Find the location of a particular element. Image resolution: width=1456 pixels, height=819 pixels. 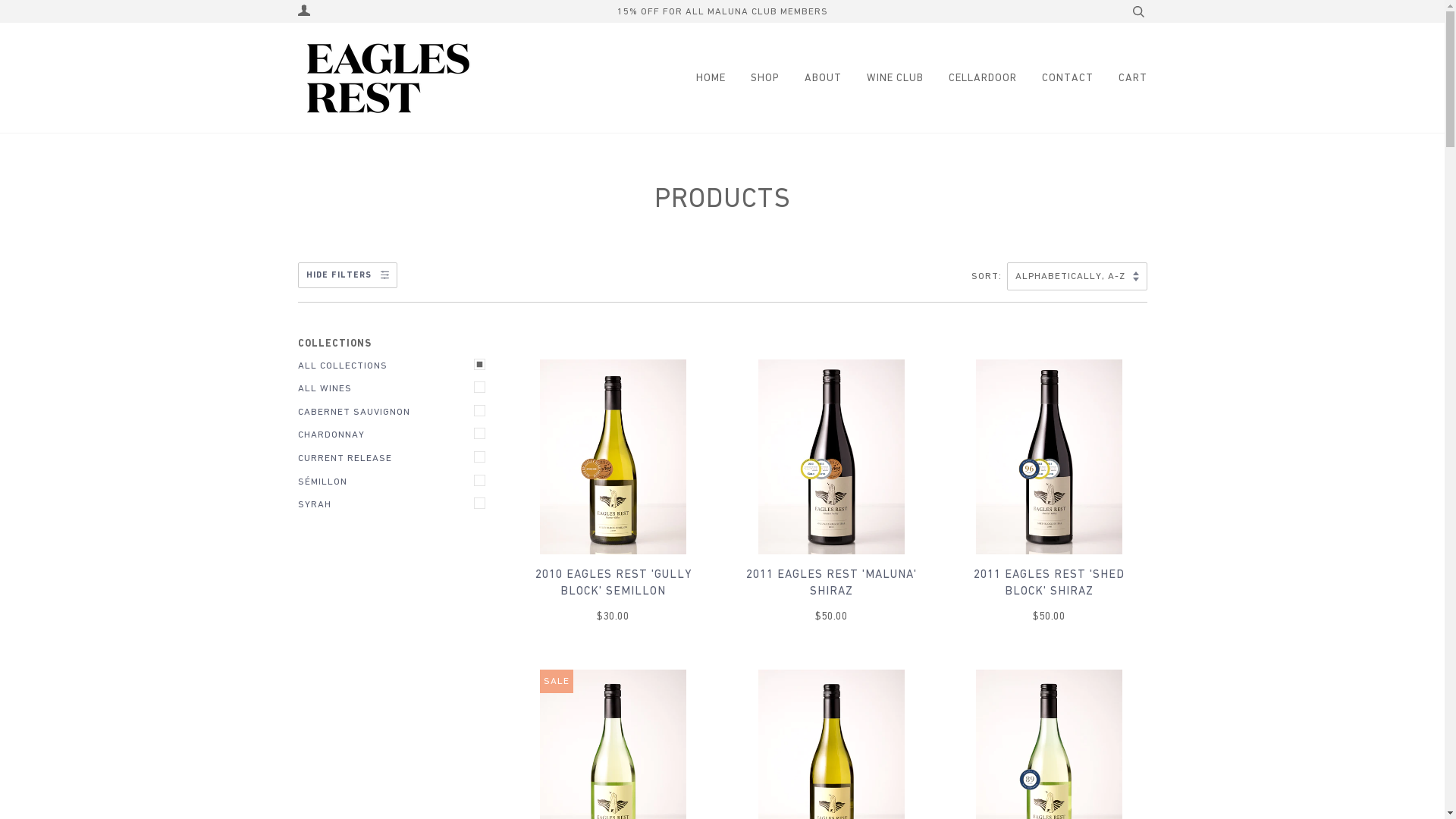

'WINE CLUB' is located at coordinates (883, 77).